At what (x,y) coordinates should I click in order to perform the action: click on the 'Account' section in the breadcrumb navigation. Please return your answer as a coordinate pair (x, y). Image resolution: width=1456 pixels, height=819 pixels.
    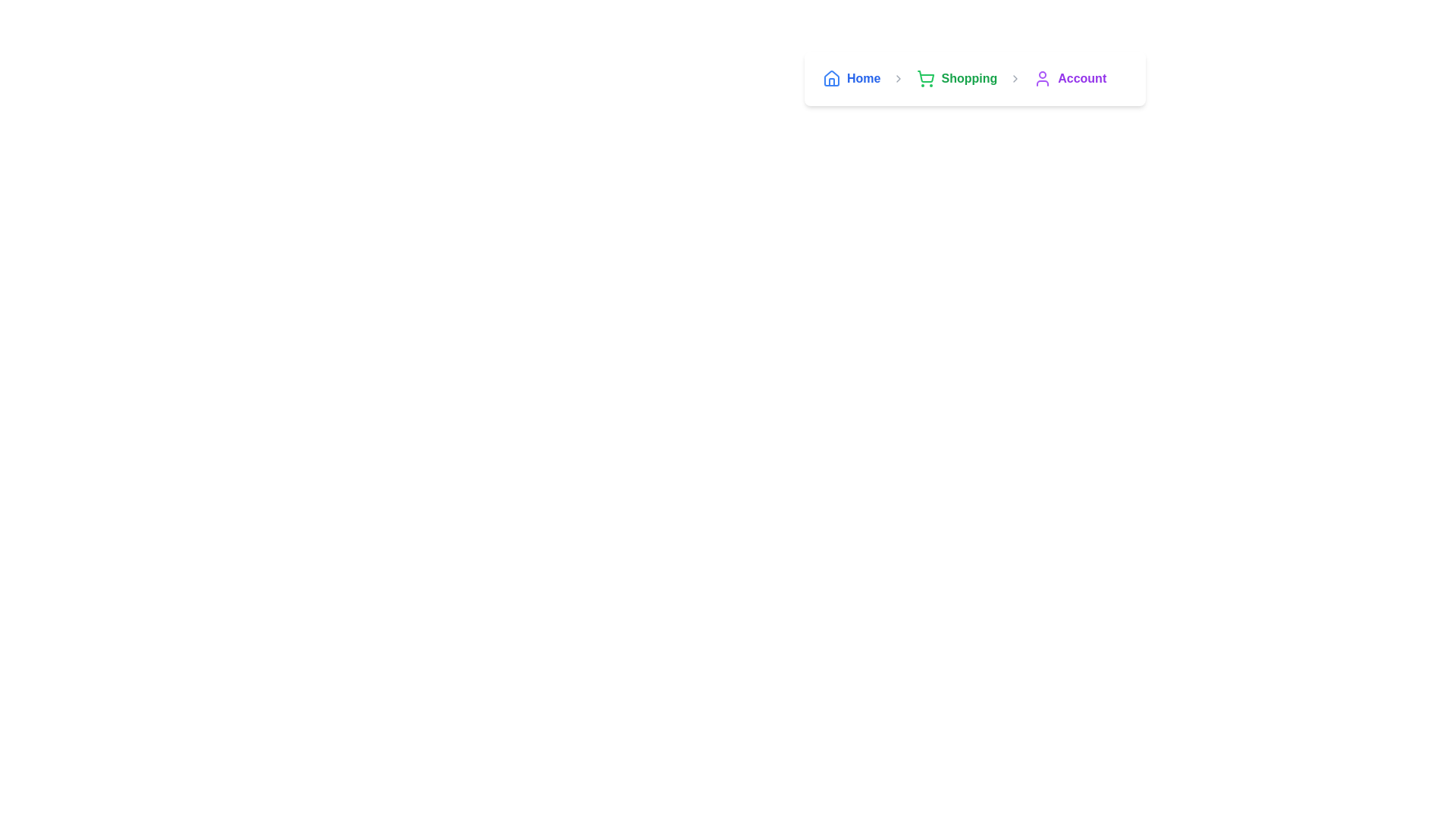
    Looking at the image, I should click on (1069, 79).